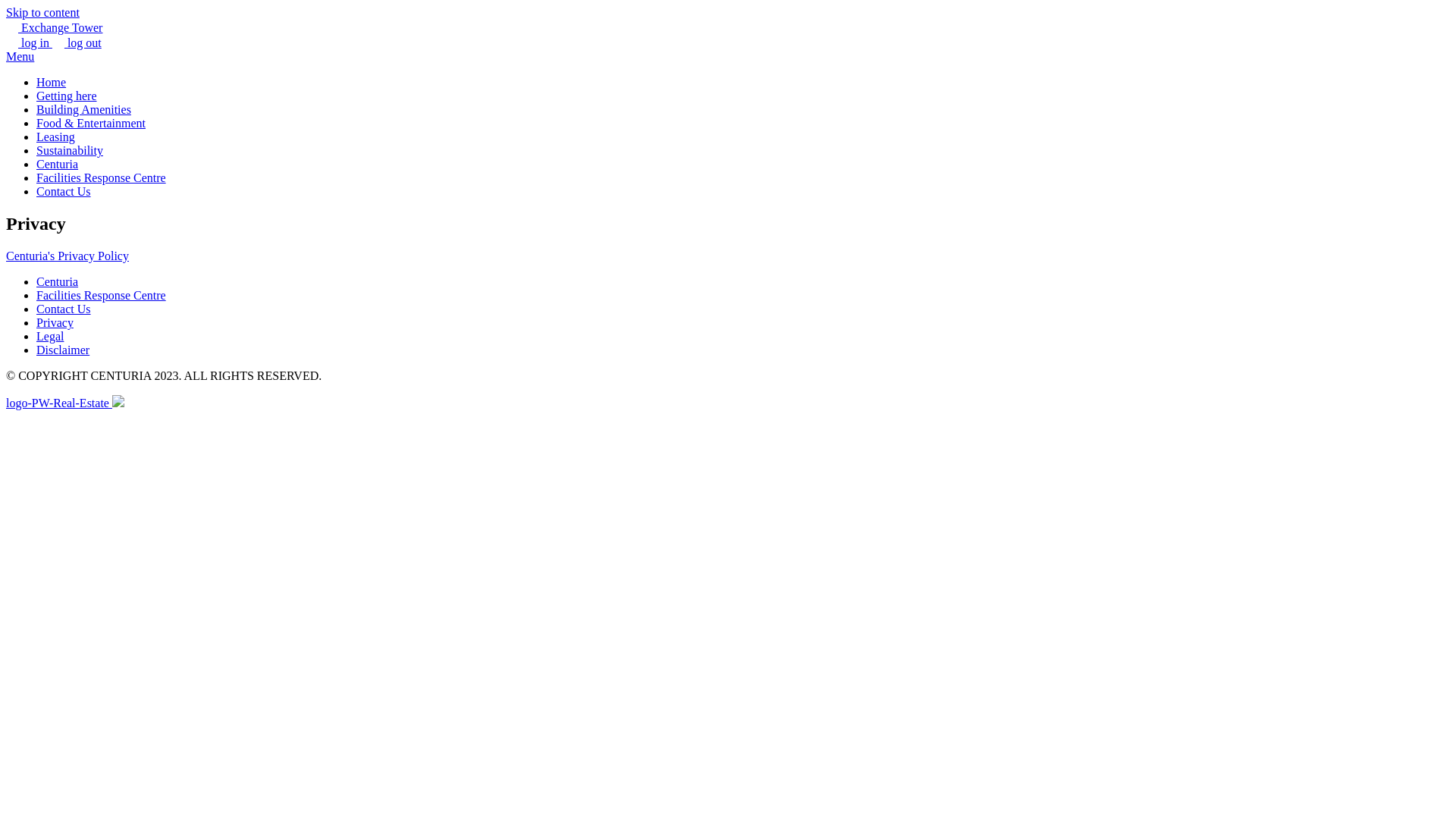 Image resolution: width=1456 pixels, height=819 pixels. I want to click on 'Centuria's Privacy Policy', so click(67, 255).